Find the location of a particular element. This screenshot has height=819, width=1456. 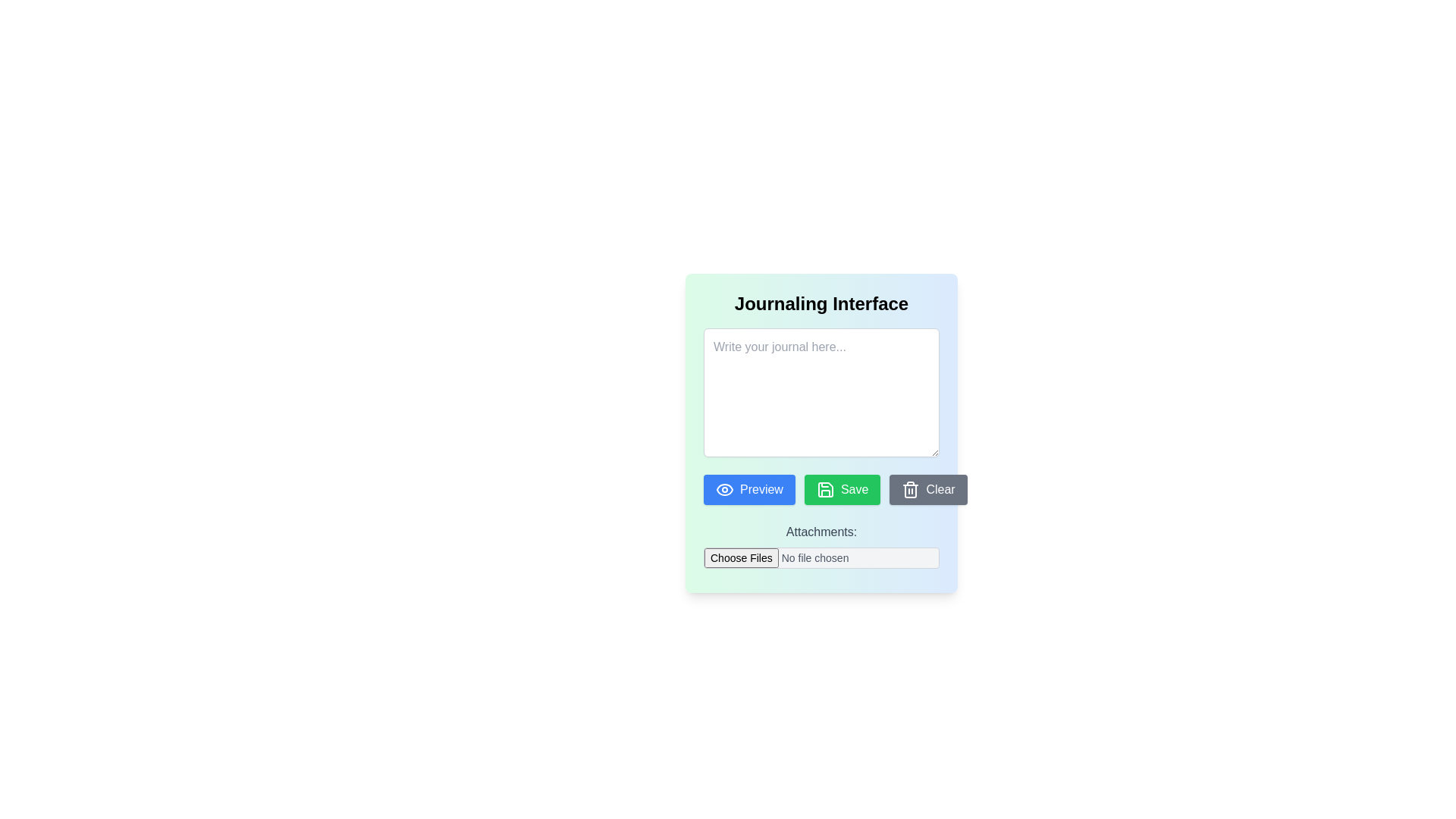

the green 'Save' button with white text and a disk icon, located between the 'Preview' and 'Clear' buttons below the text input area is located at coordinates (821, 489).